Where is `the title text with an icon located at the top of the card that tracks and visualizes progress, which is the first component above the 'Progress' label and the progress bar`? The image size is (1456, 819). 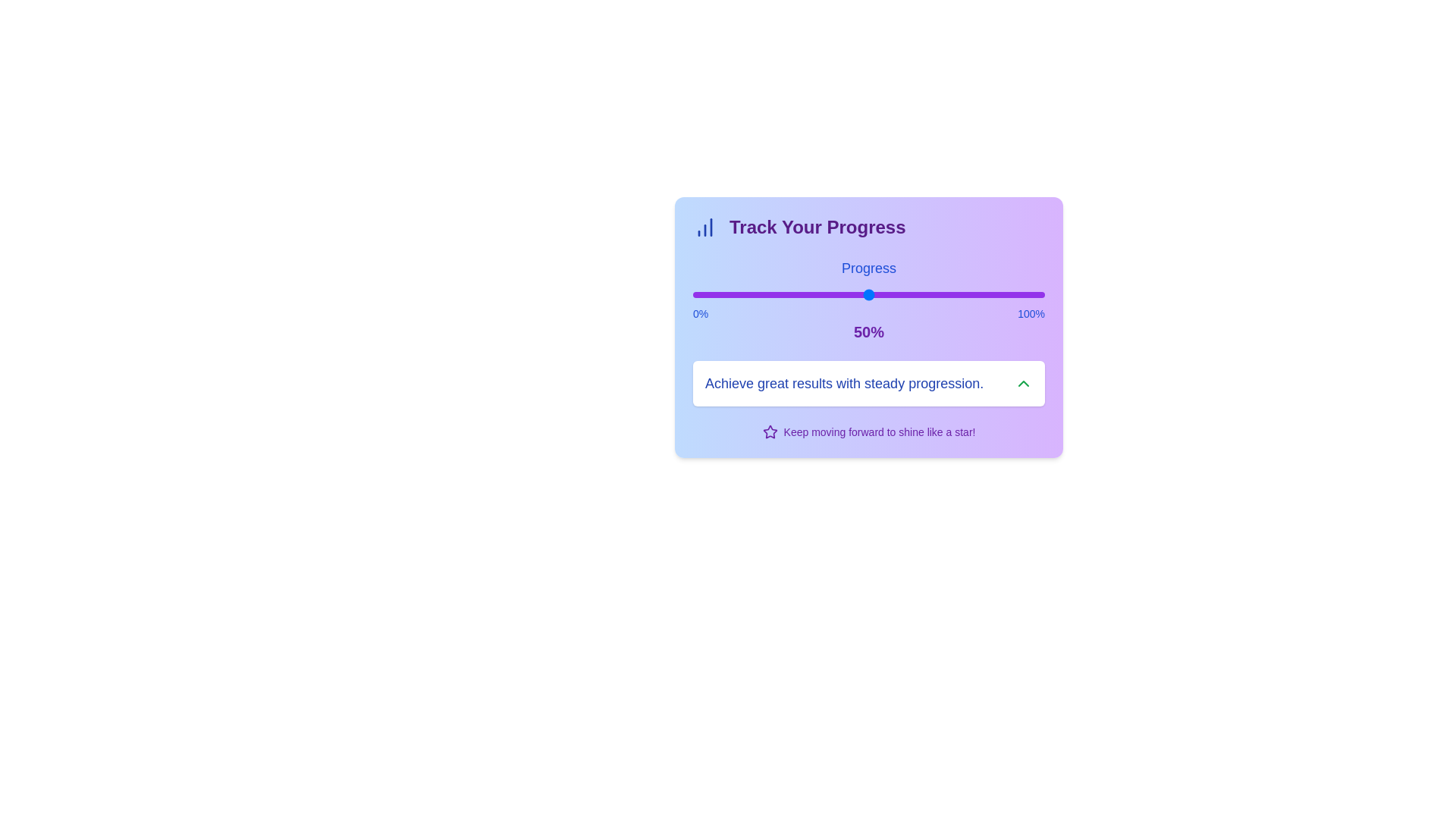
the title text with an icon located at the top of the card that tracks and visualizes progress, which is the first component above the 'Progress' label and the progress bar is located at coordinates (869, 227).